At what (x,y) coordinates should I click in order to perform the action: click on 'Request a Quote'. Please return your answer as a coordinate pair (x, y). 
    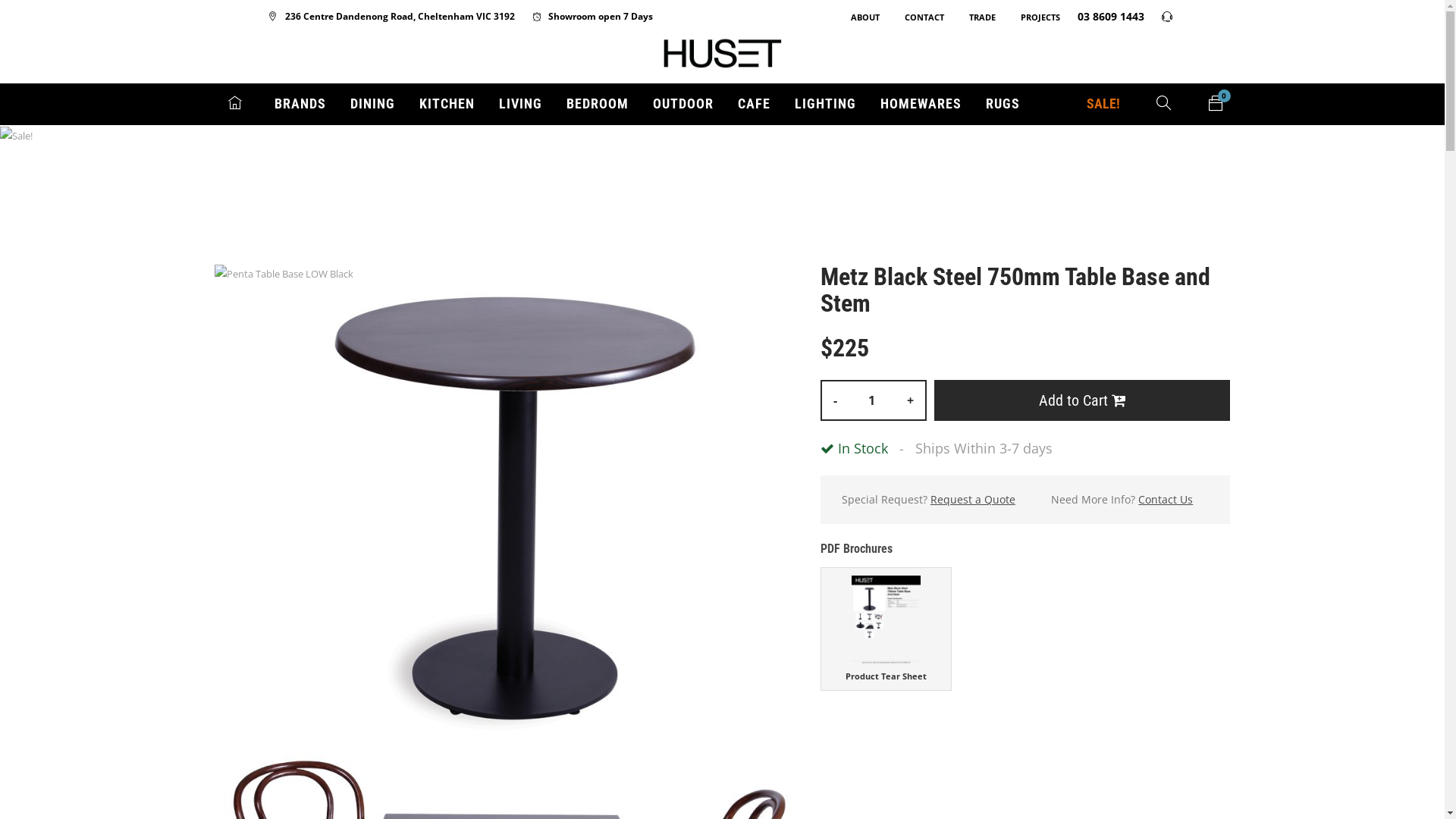
    Looking at the image, I should click on (930, 500).